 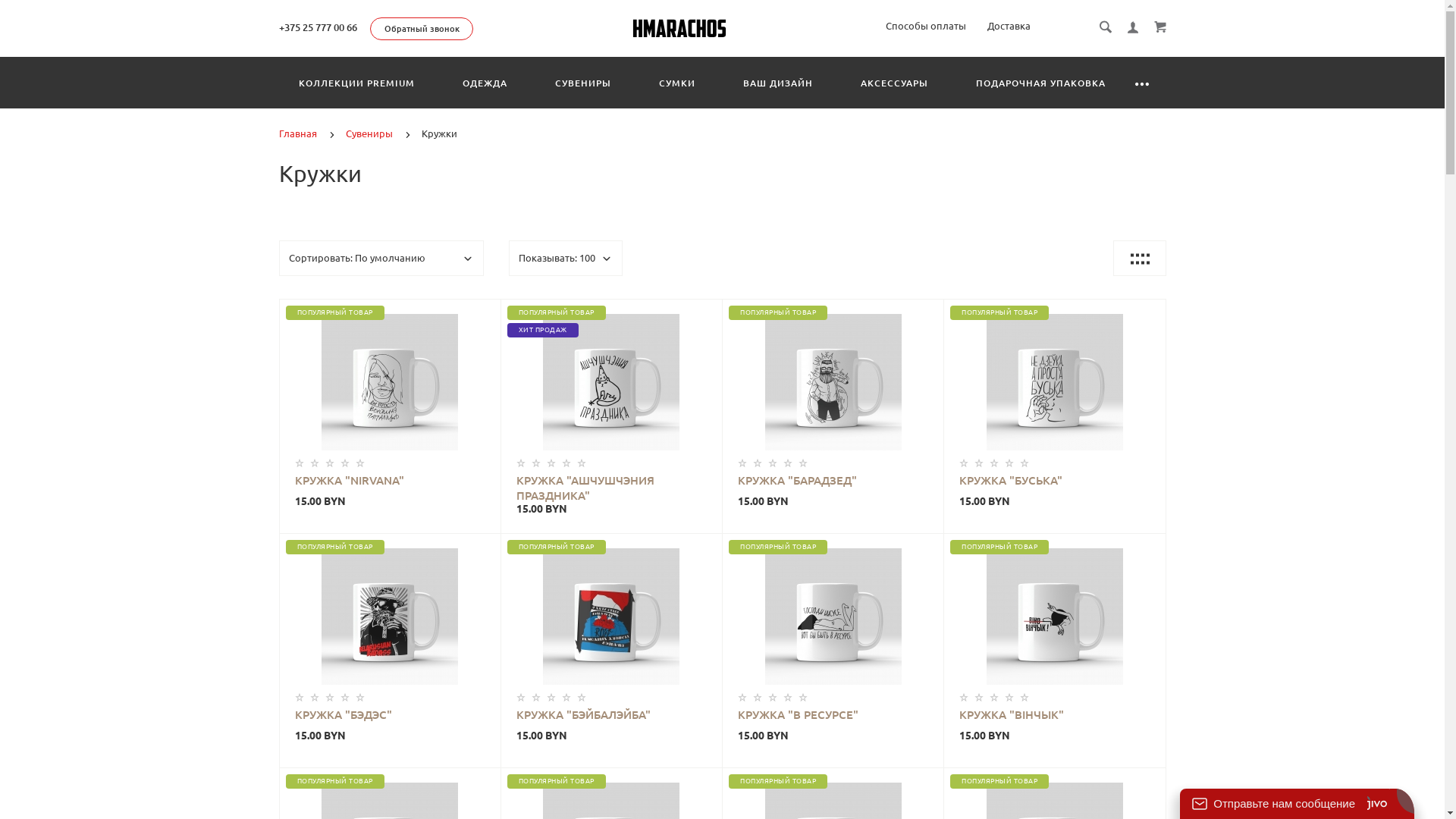 I want to click on '+375 25 777 00 66', so click(x=279, y=27).